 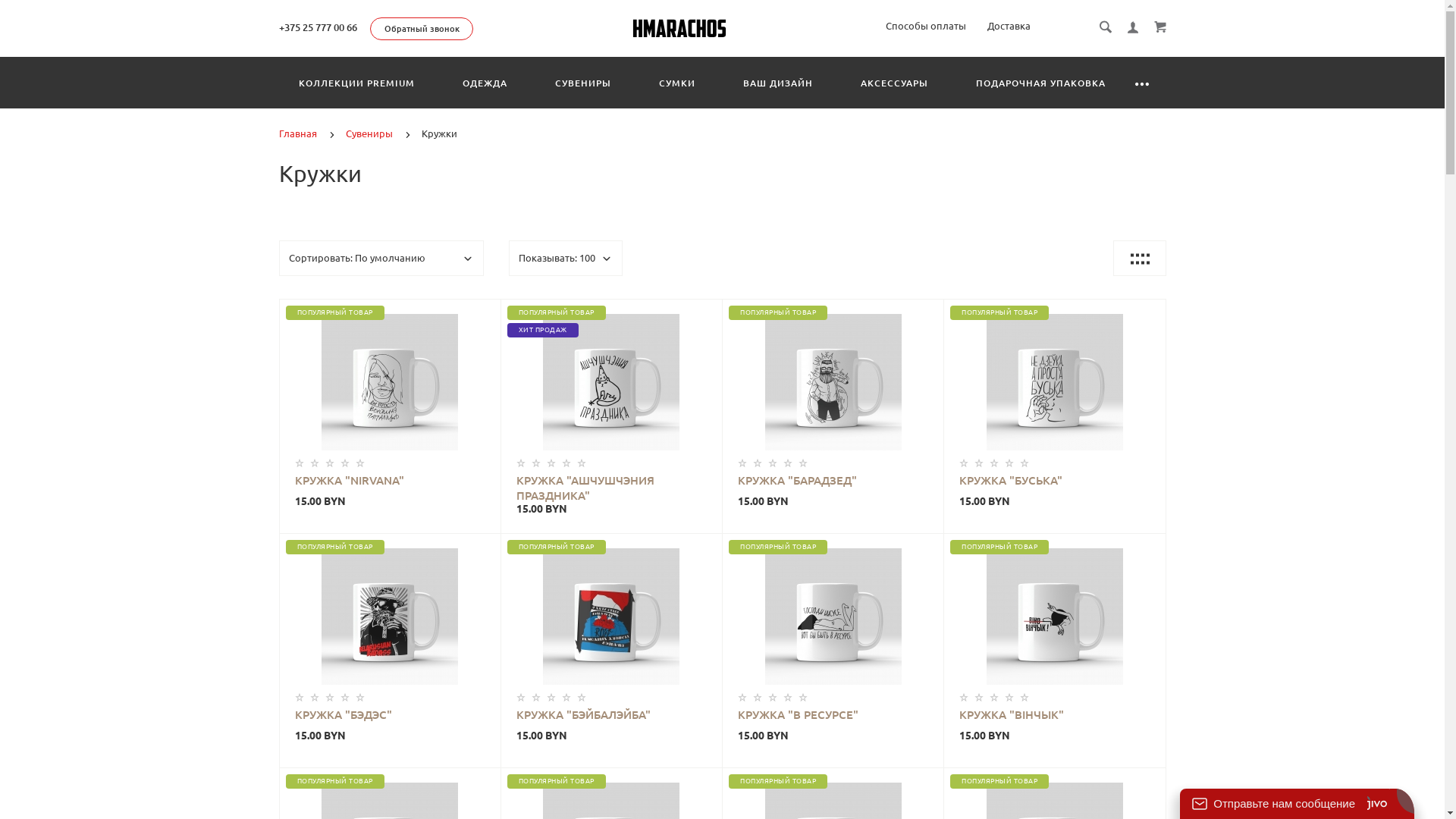 I want to click on '+375 25 777 00 66', so click(x=279, y=27).